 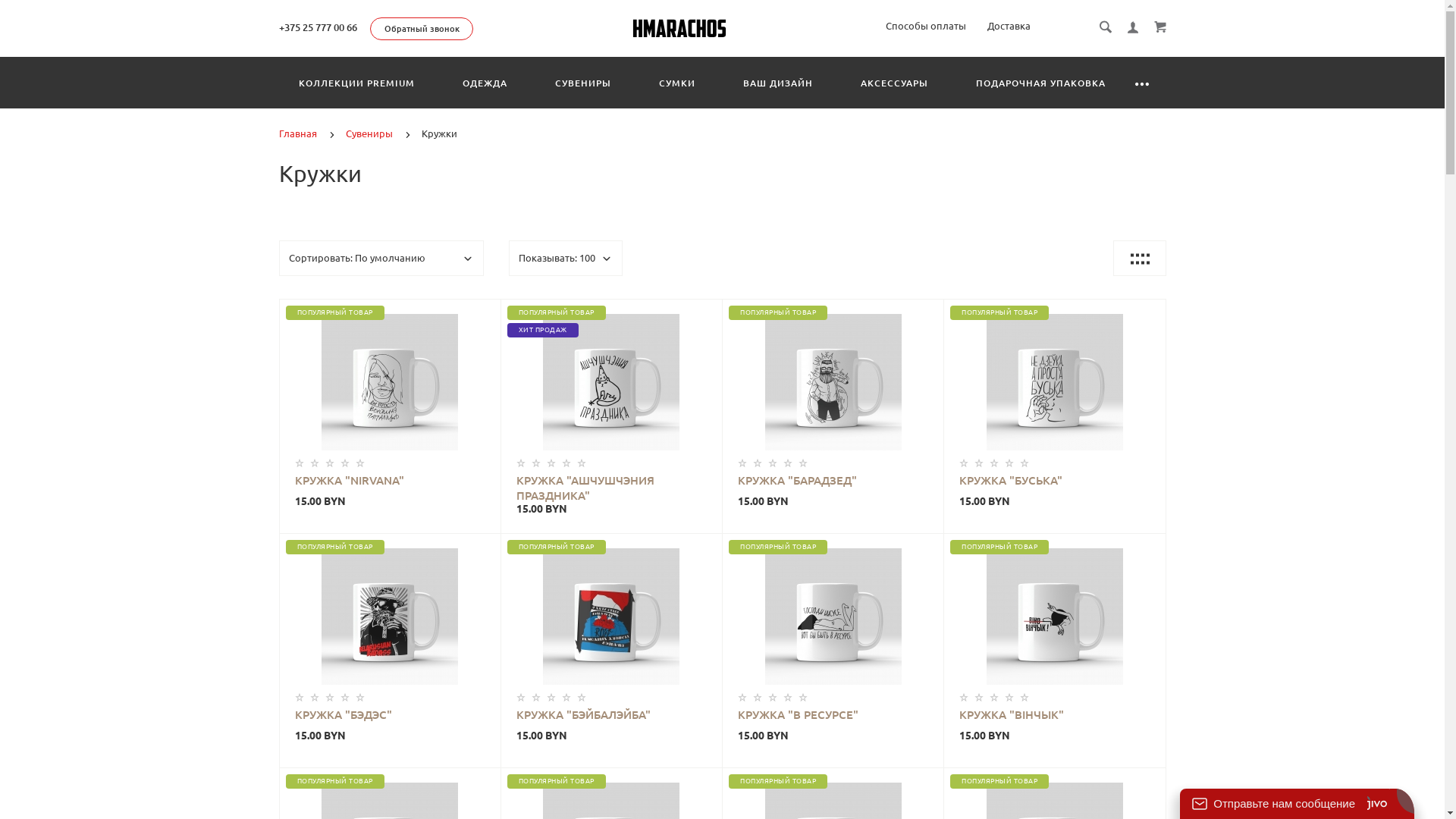 I want to click on '+375 25 777 00 66', so click(x=279, y=27).